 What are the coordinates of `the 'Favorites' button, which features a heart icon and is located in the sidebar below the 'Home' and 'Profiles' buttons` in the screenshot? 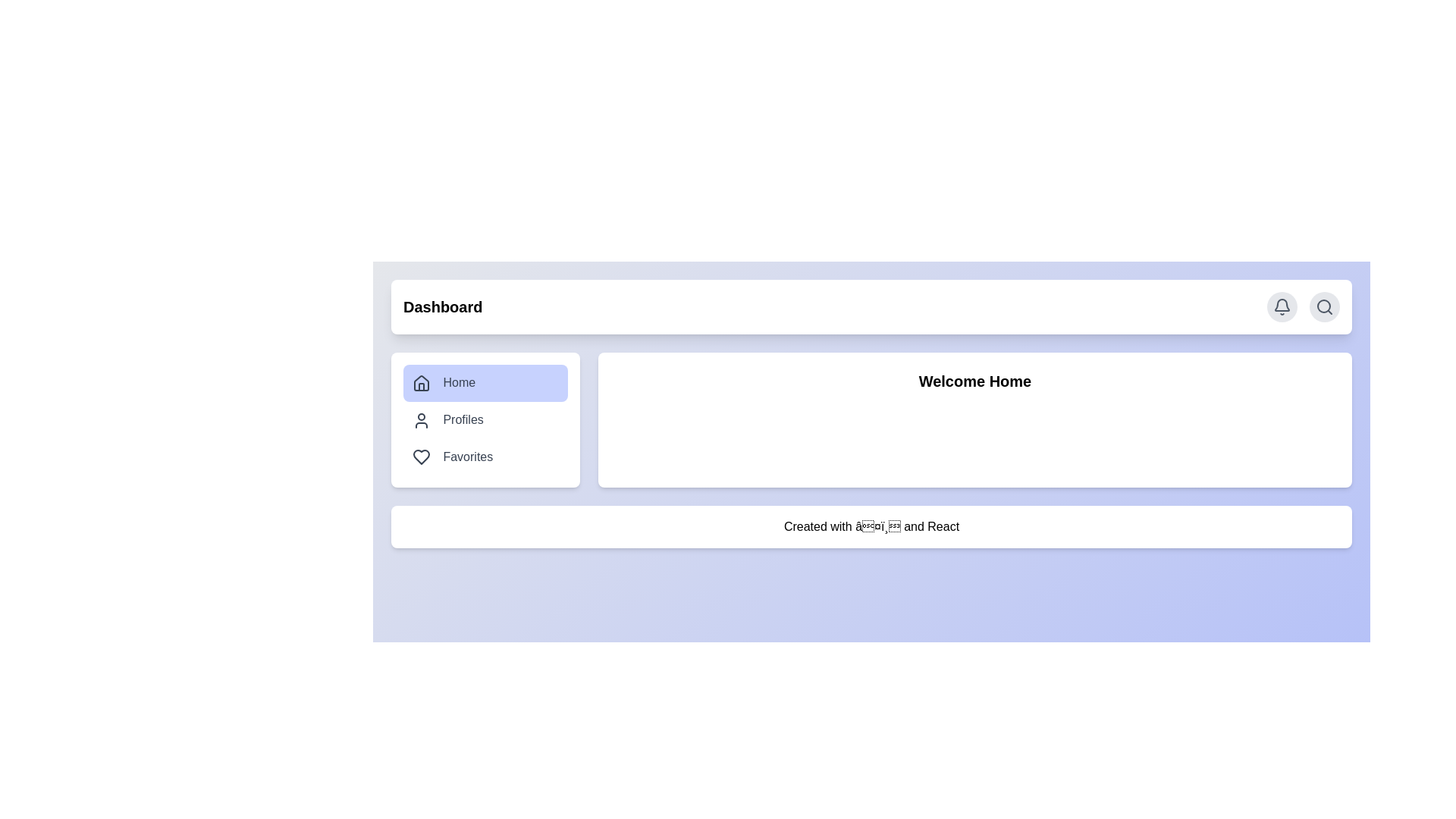 It's located at (485, 456).